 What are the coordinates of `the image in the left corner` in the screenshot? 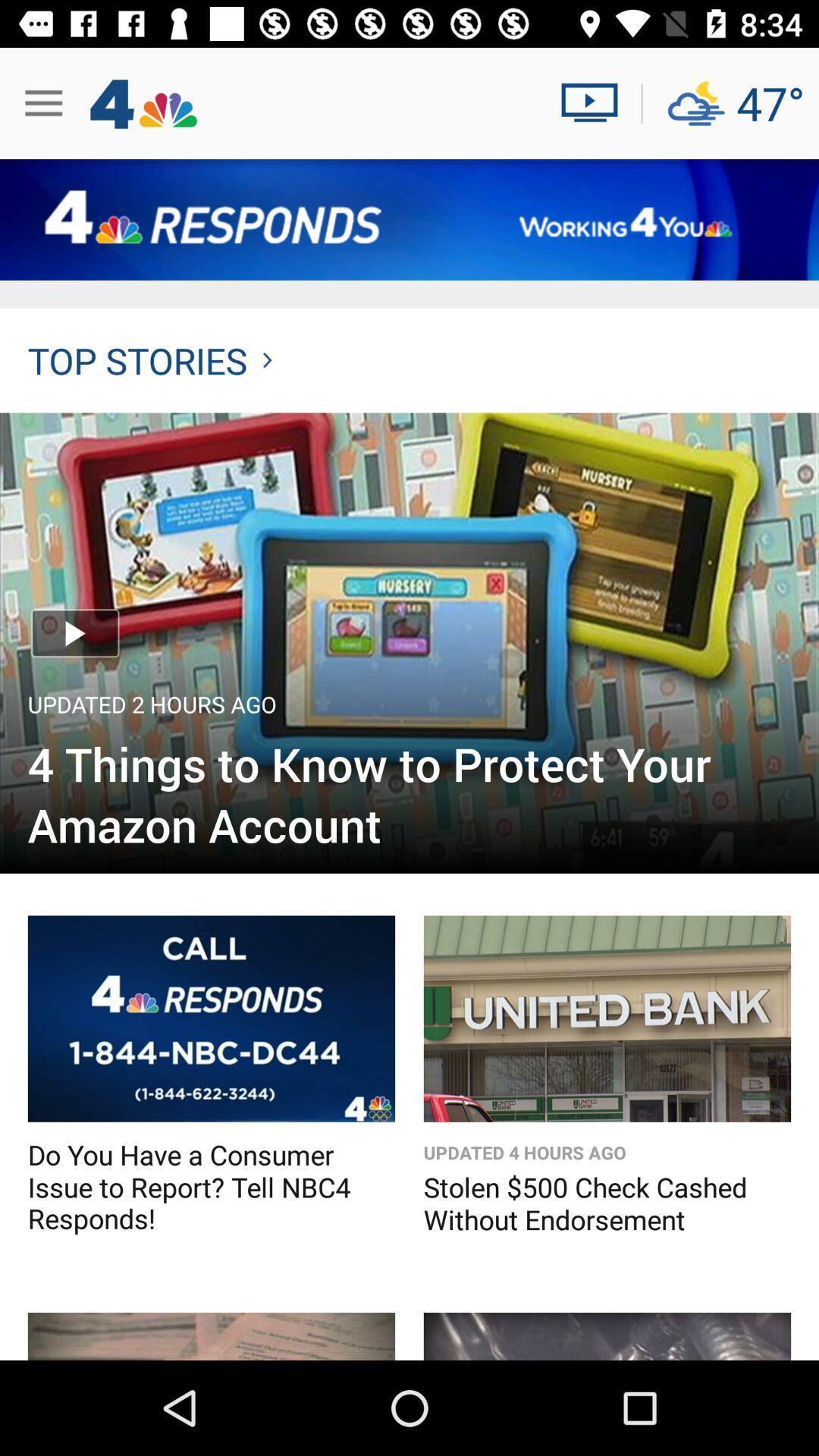 It's located at (211, 1336).